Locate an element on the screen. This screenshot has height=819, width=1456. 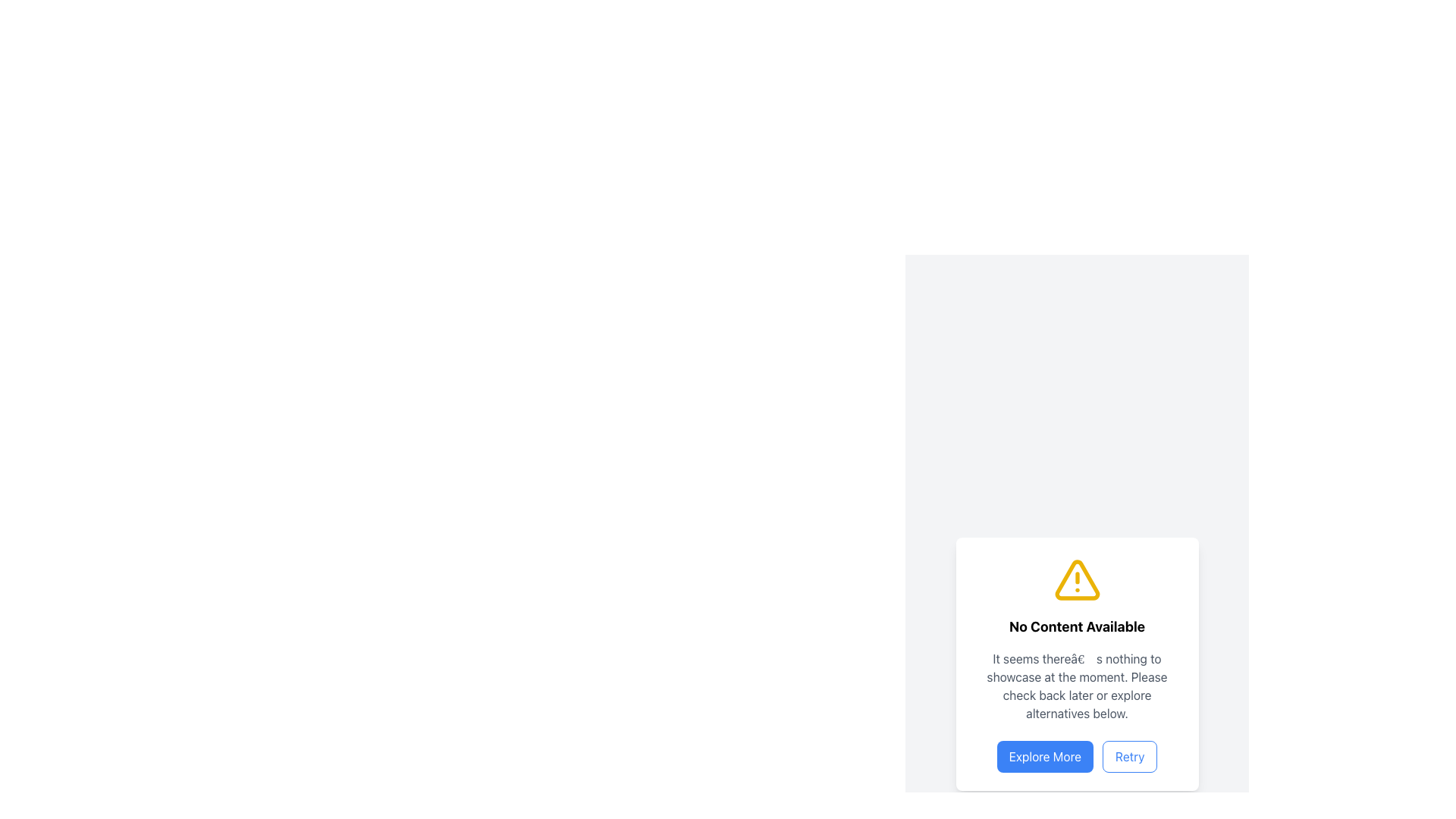
the 'Retry' button located at the bottom of the notification panel to observe hover effects is located at coordinates (1130, 757).